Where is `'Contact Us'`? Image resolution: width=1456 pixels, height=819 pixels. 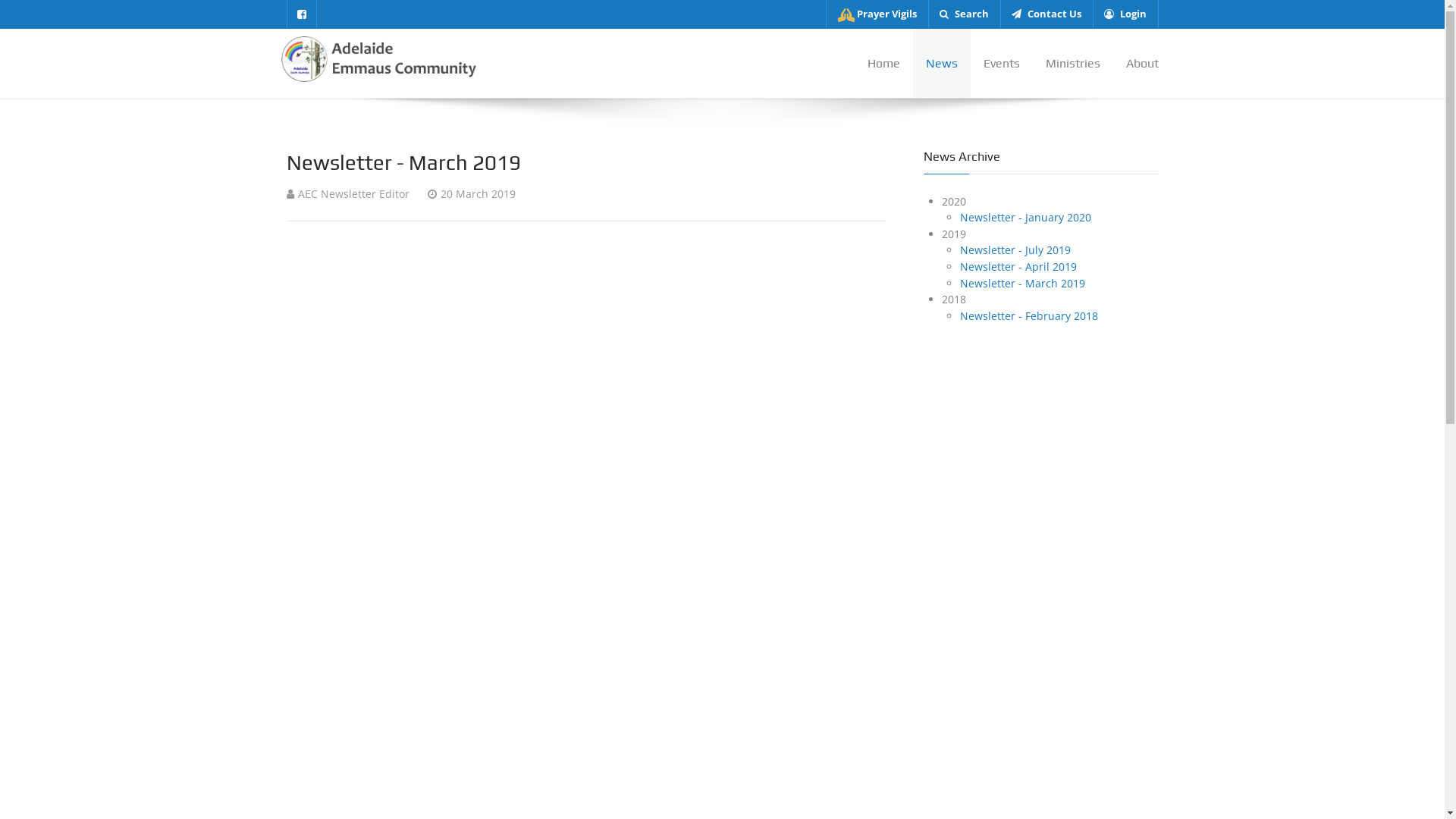
'Contact Us' is located at coordinates (1044, 14).